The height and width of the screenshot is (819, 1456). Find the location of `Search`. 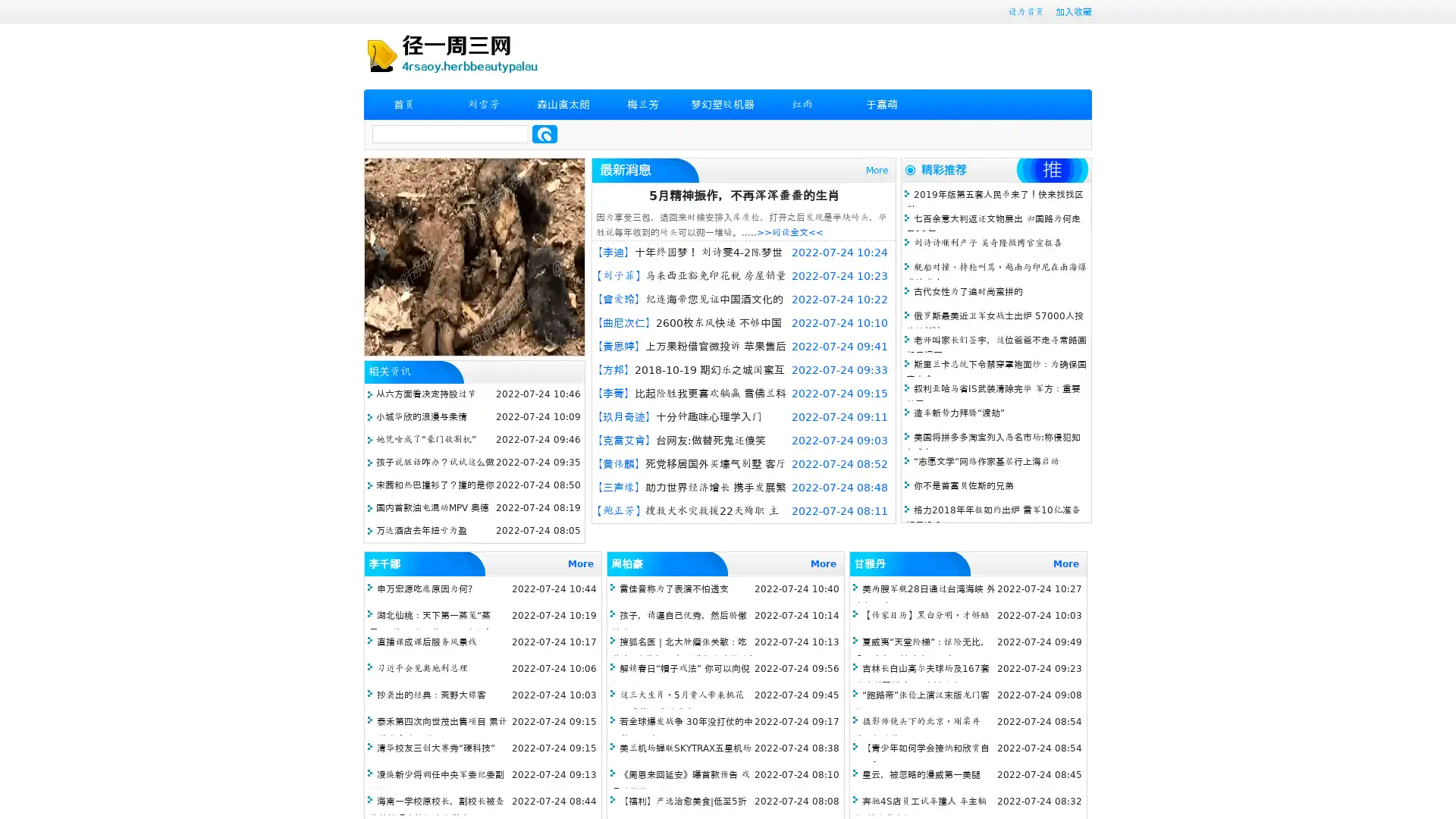

Search is located at coordinates (544, 133).